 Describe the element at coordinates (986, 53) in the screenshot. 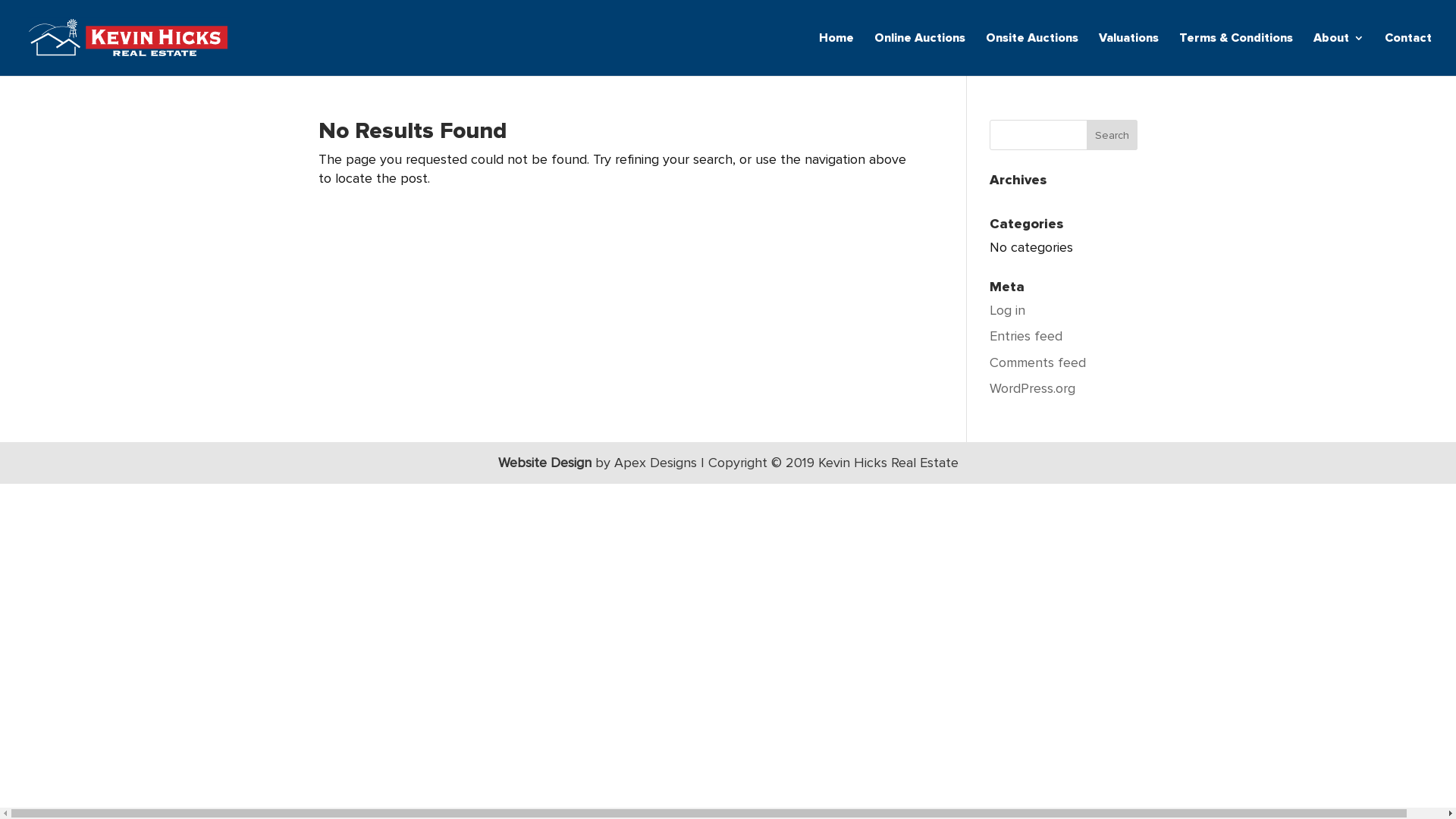

I see `'Onsite Auctions'` at that location.